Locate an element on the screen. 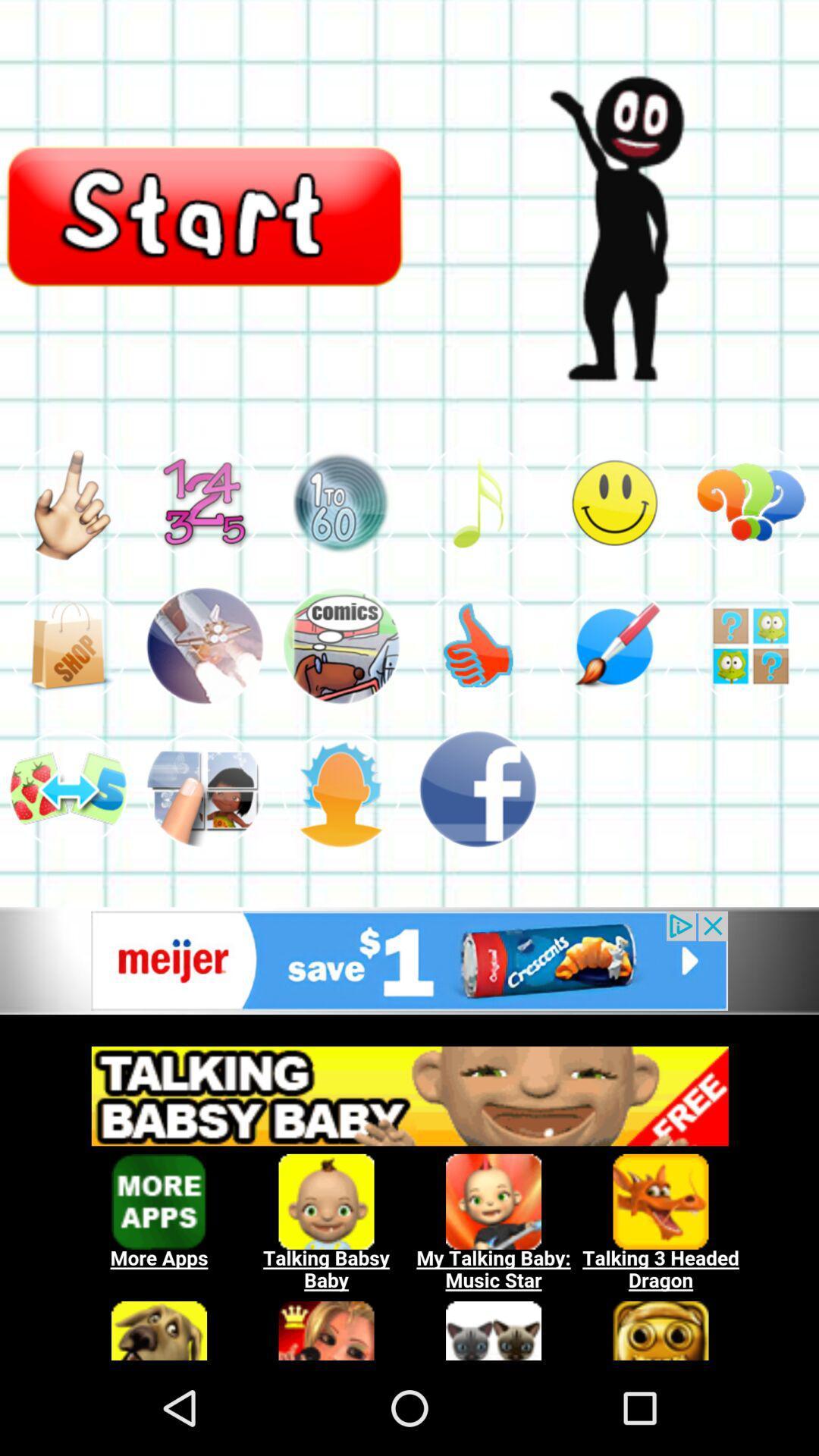 The height and width of the screenshot is (1456, 819). advertisement banner is located at coordinates (409, 1194).